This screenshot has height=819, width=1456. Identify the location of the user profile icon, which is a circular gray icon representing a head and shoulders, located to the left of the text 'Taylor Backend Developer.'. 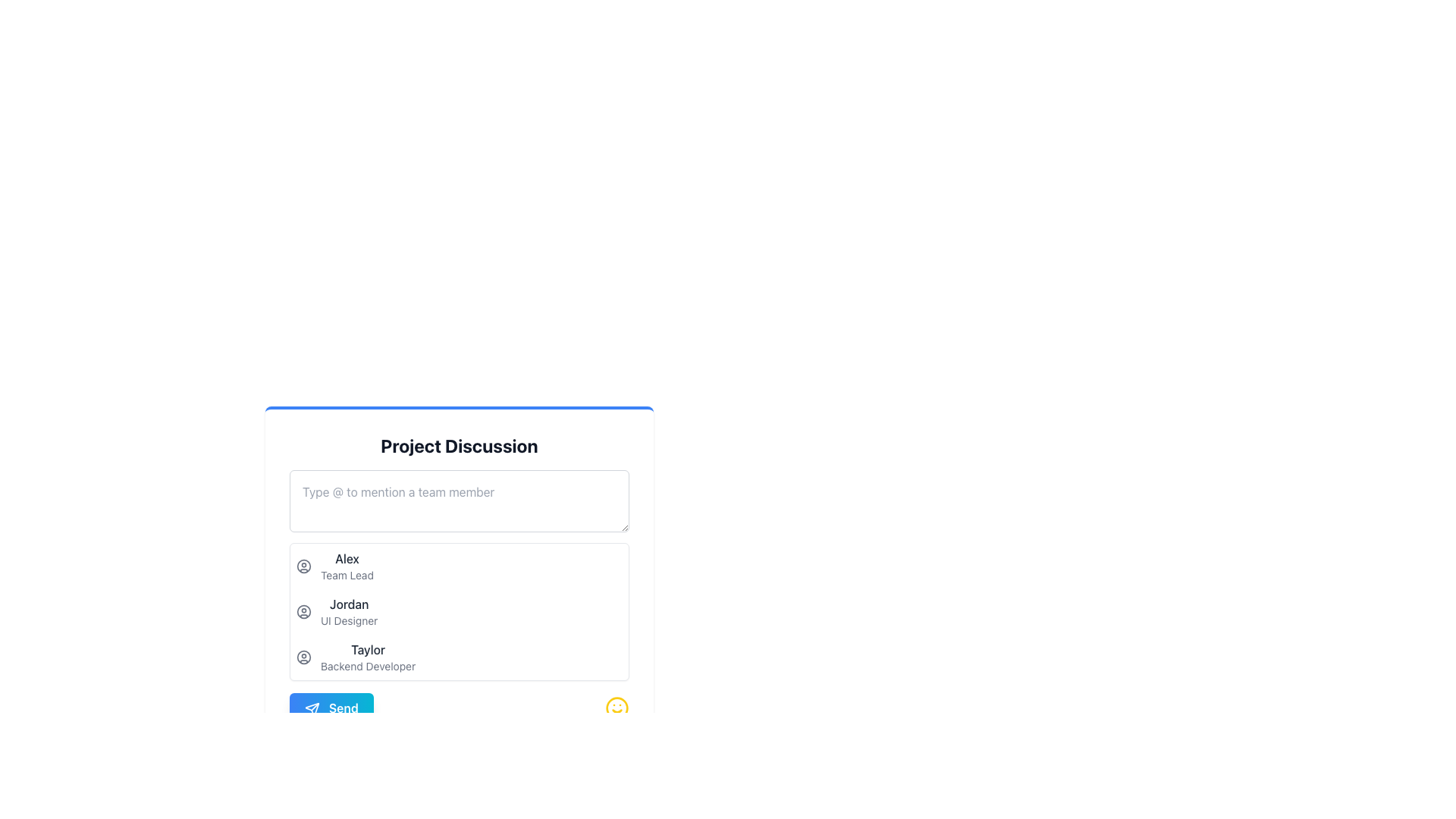
(303, 657).